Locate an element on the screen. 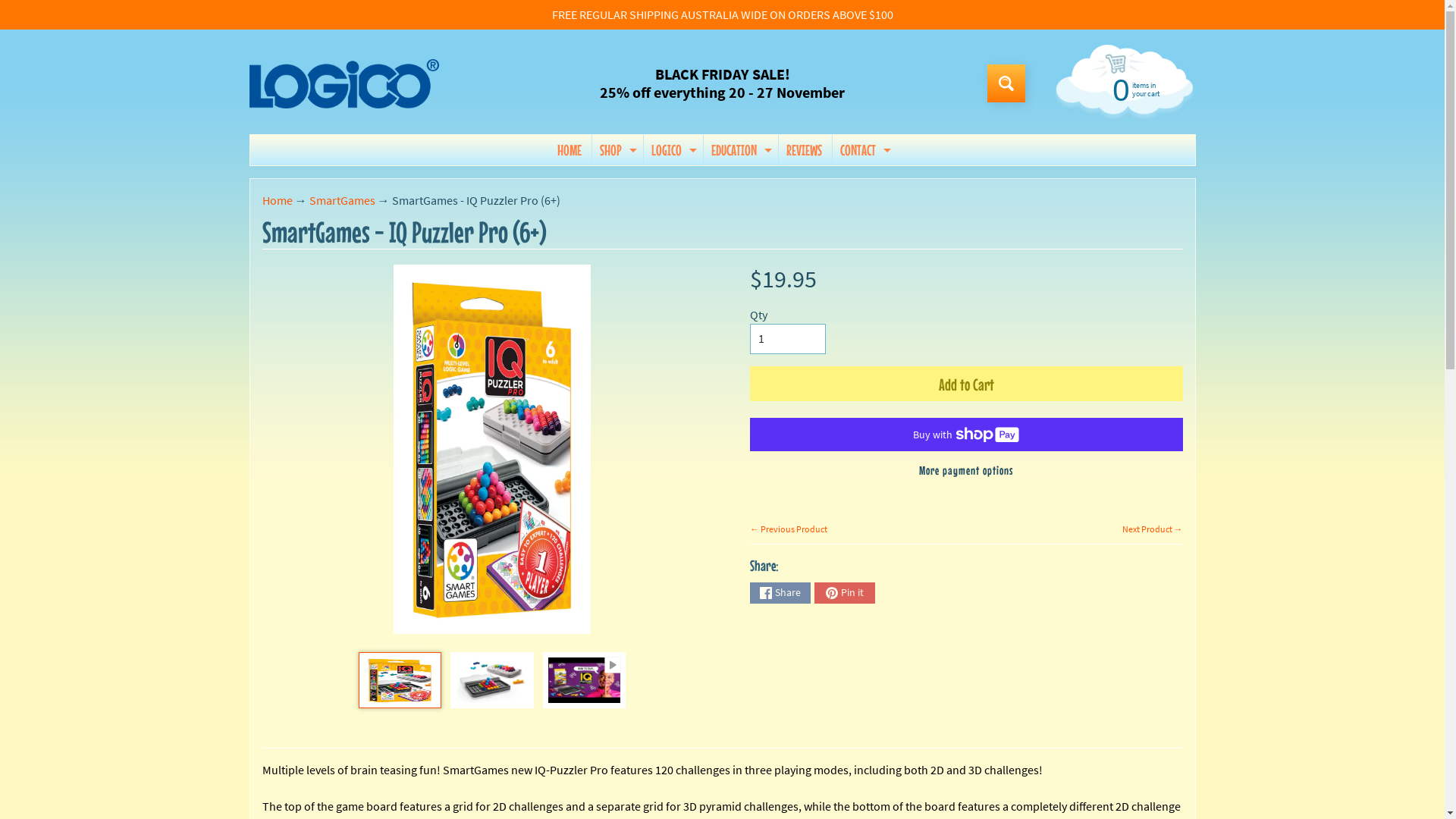 Image resolution: width=1456 pixels, height=819 pixels. 'CONTACT is located at coordinates (863, 149).